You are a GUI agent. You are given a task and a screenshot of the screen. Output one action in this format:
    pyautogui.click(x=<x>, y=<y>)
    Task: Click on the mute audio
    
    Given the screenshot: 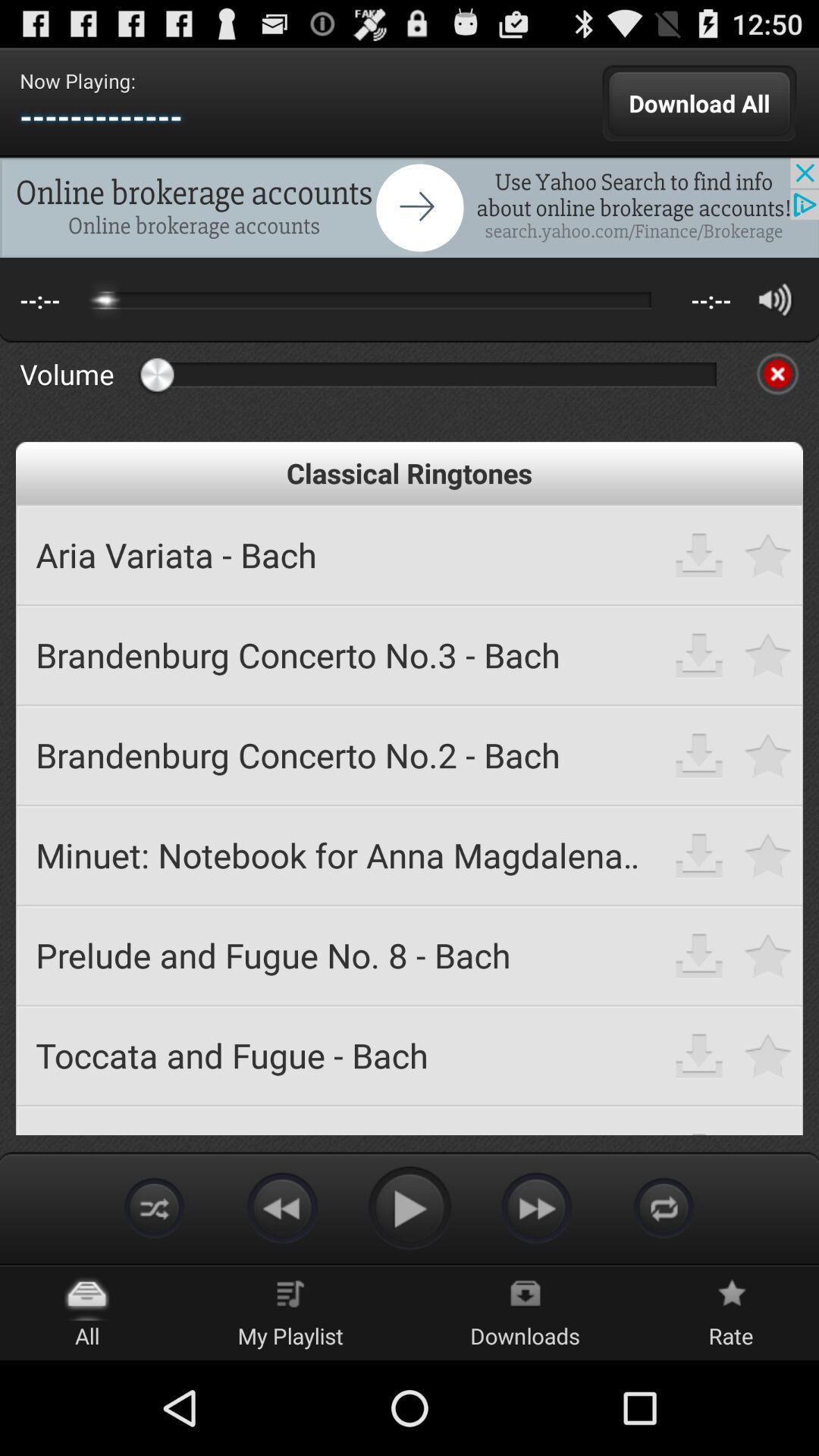 What is the action you would take?
    pyautogui.click(x=777, y=374)
    